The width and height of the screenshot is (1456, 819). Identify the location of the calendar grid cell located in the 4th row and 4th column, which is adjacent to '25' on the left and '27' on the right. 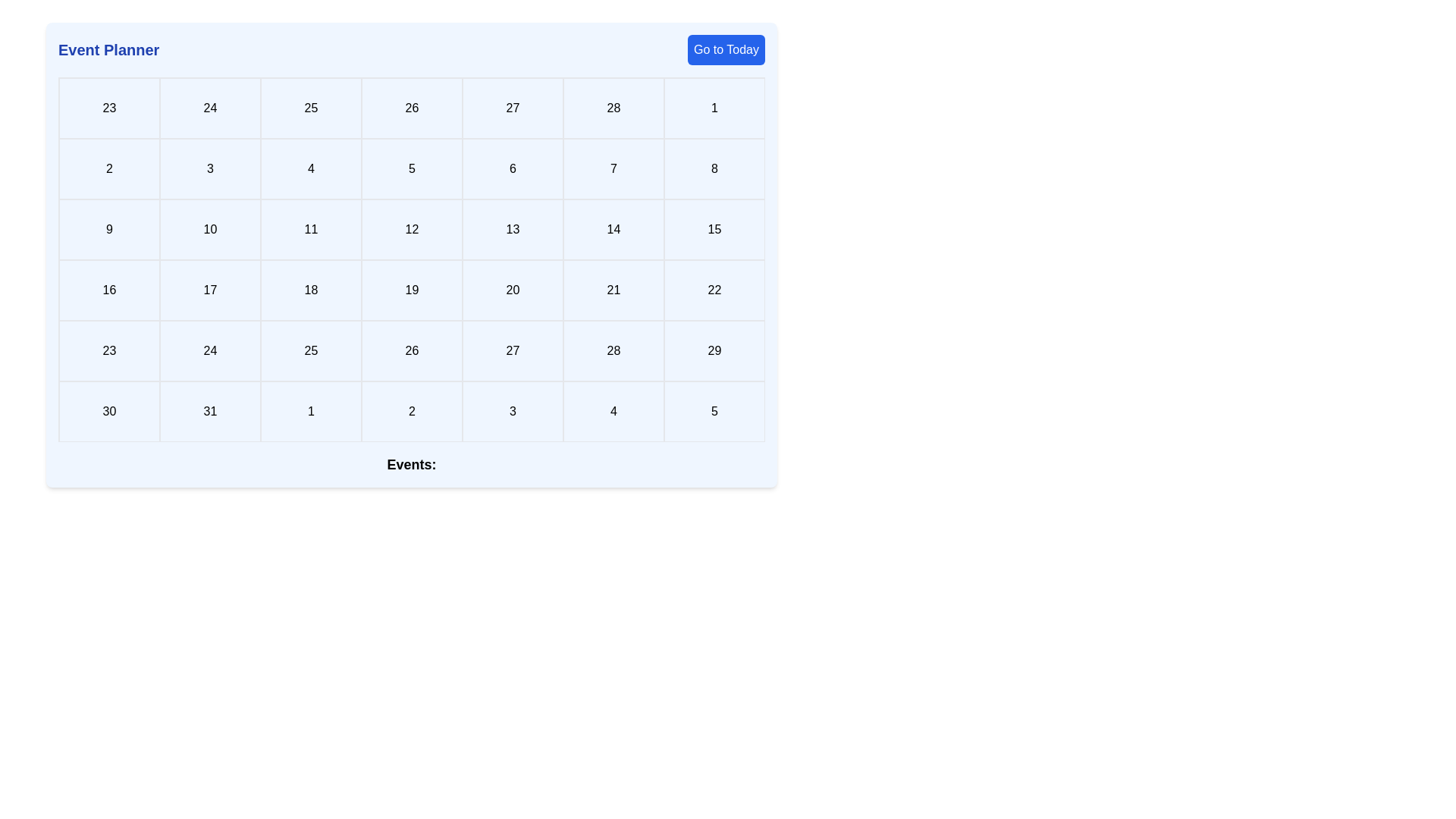
(412, 350).